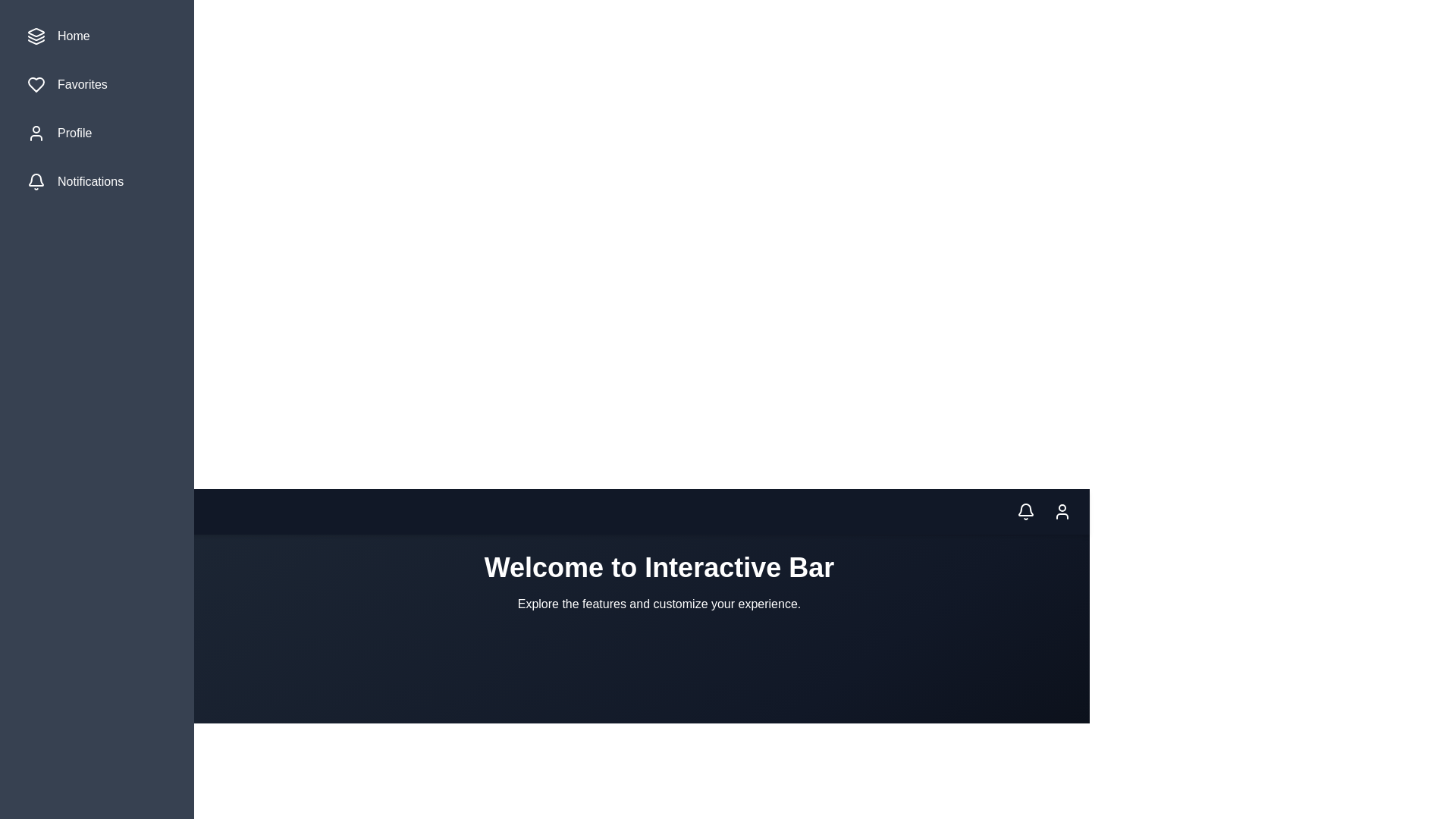  Describe the element at coordinates (62, 512) in the screenshot. I see `menu icon to toggle the menu state` at that location.